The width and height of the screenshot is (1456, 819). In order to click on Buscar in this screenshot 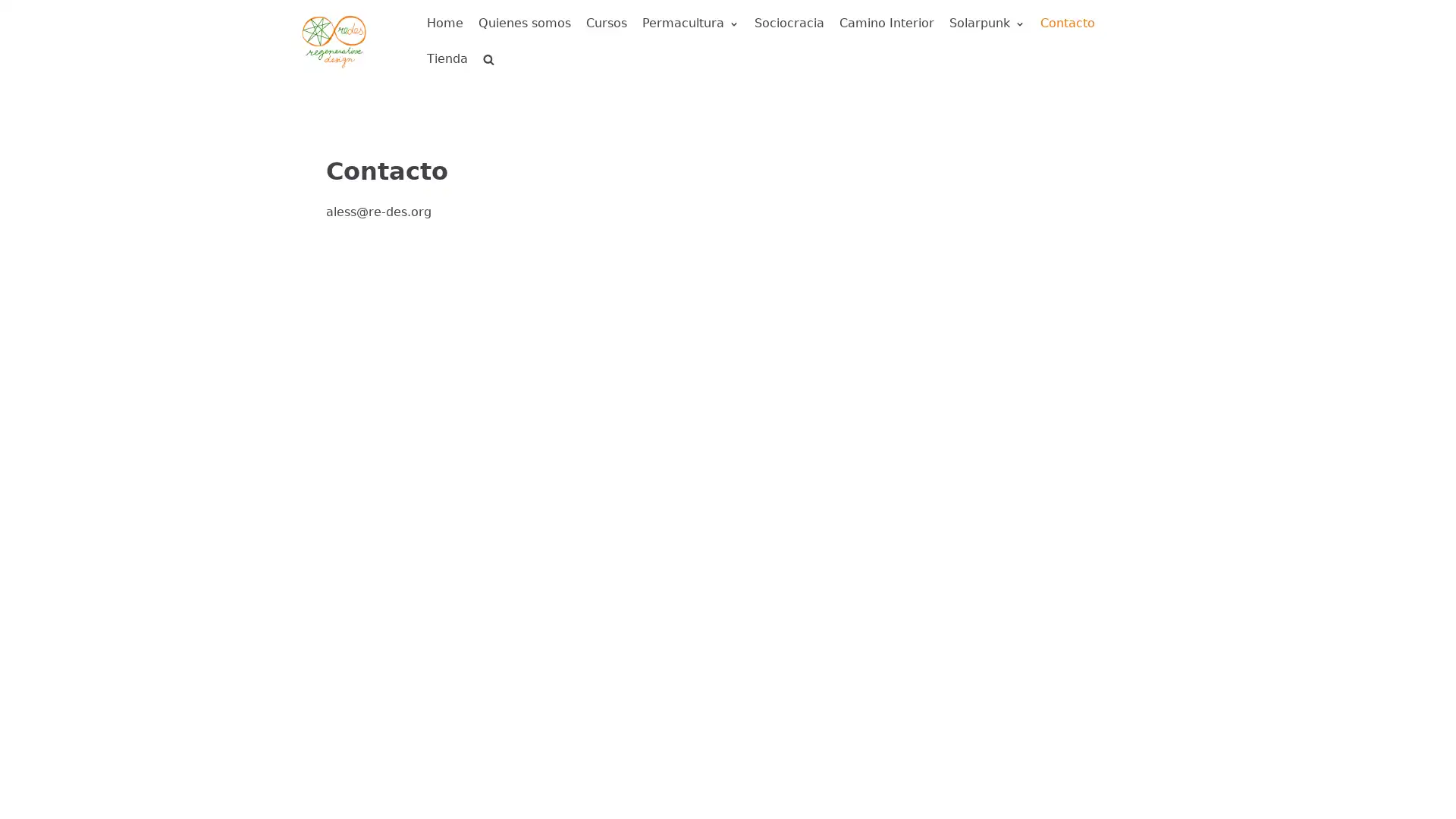, I will do `click(461, 93)`.